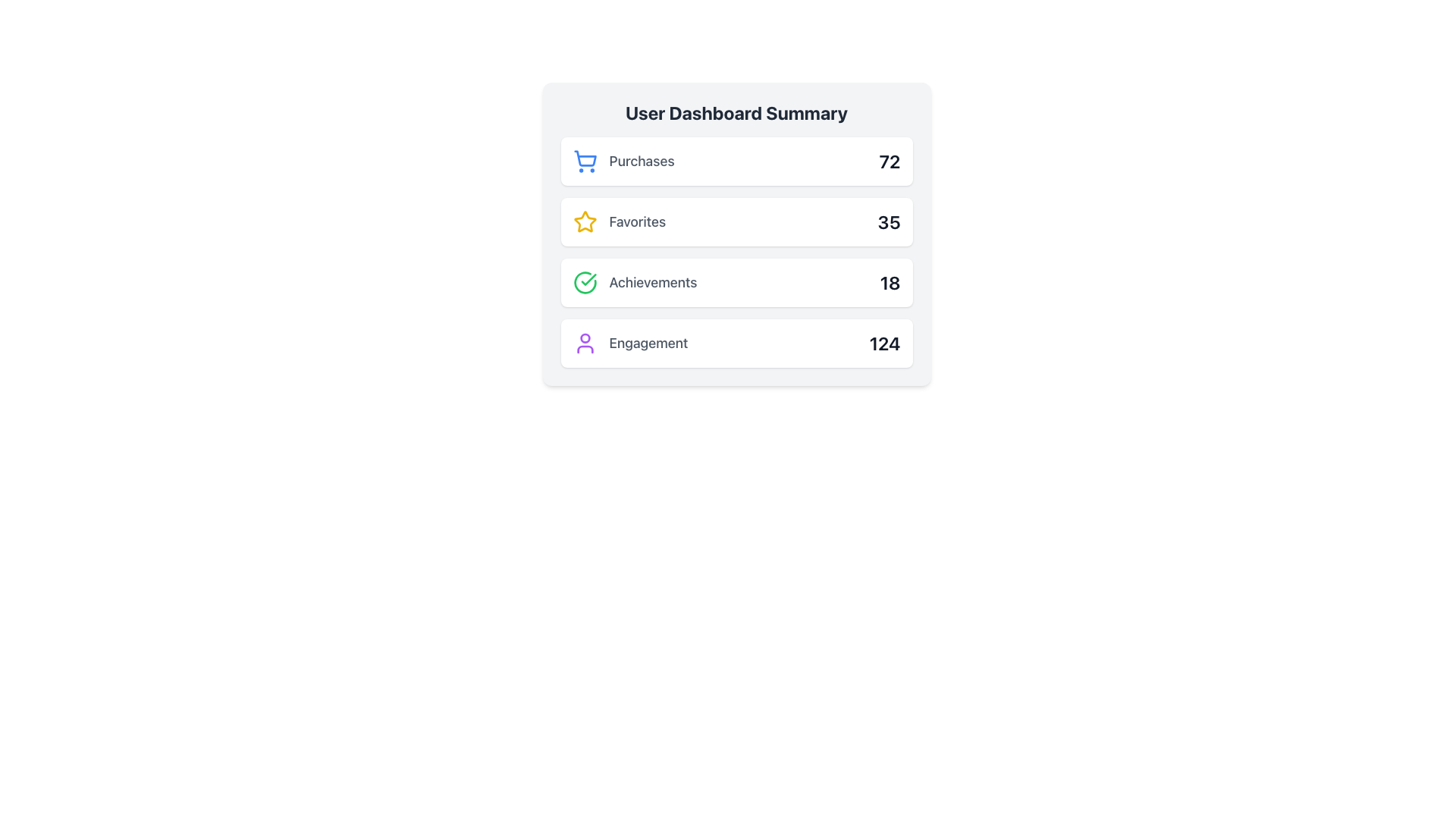 The height and width of the screenshot is (819, 1456). Describe the element at coordinates (635, 283) in the screenshot. I see `the 'Achievements' label with a green checkmark icon` at that location.